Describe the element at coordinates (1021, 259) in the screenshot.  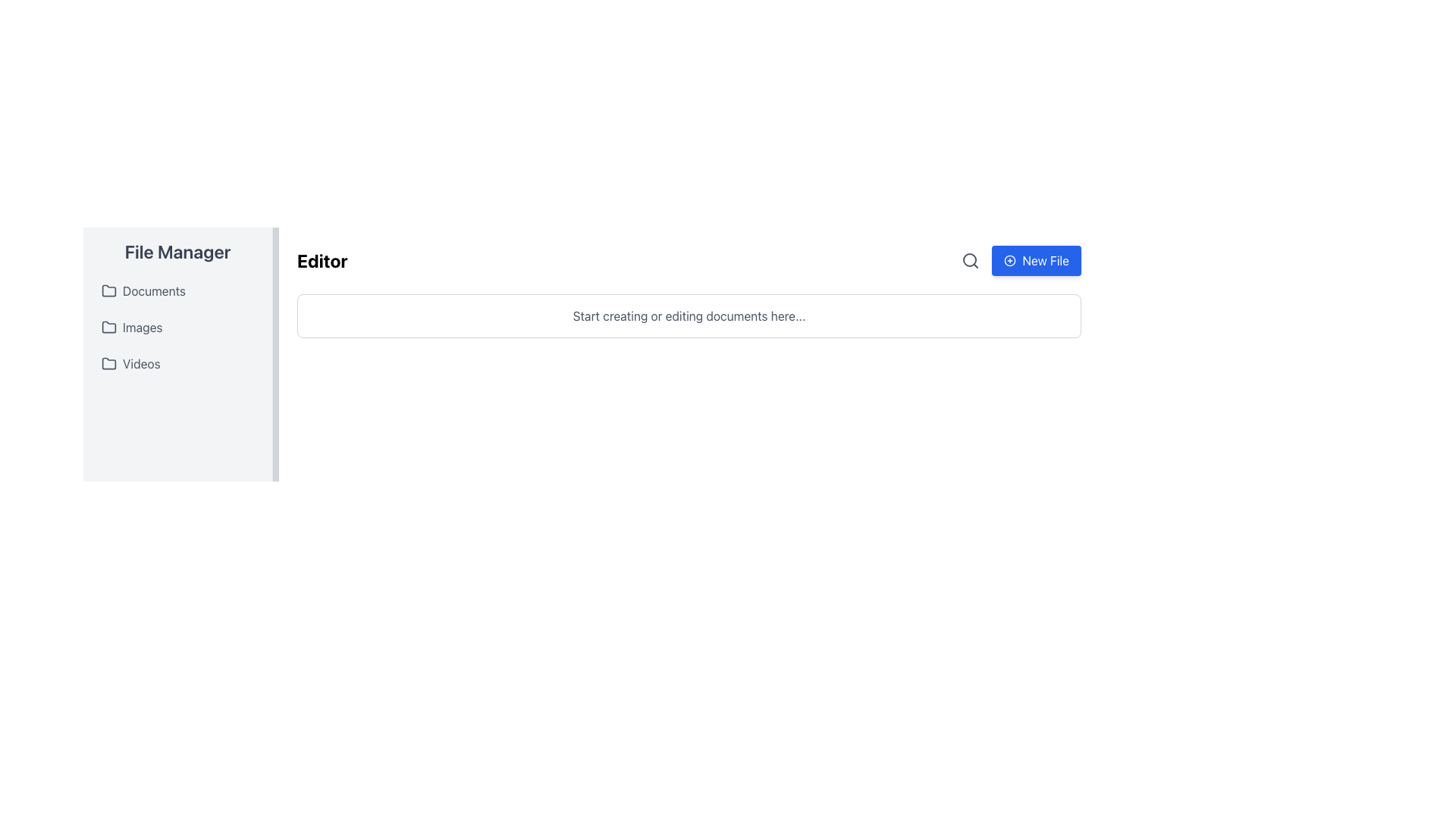
I see `the blue rounded rectangular button labeled 'New File' to create a new file` at that location.